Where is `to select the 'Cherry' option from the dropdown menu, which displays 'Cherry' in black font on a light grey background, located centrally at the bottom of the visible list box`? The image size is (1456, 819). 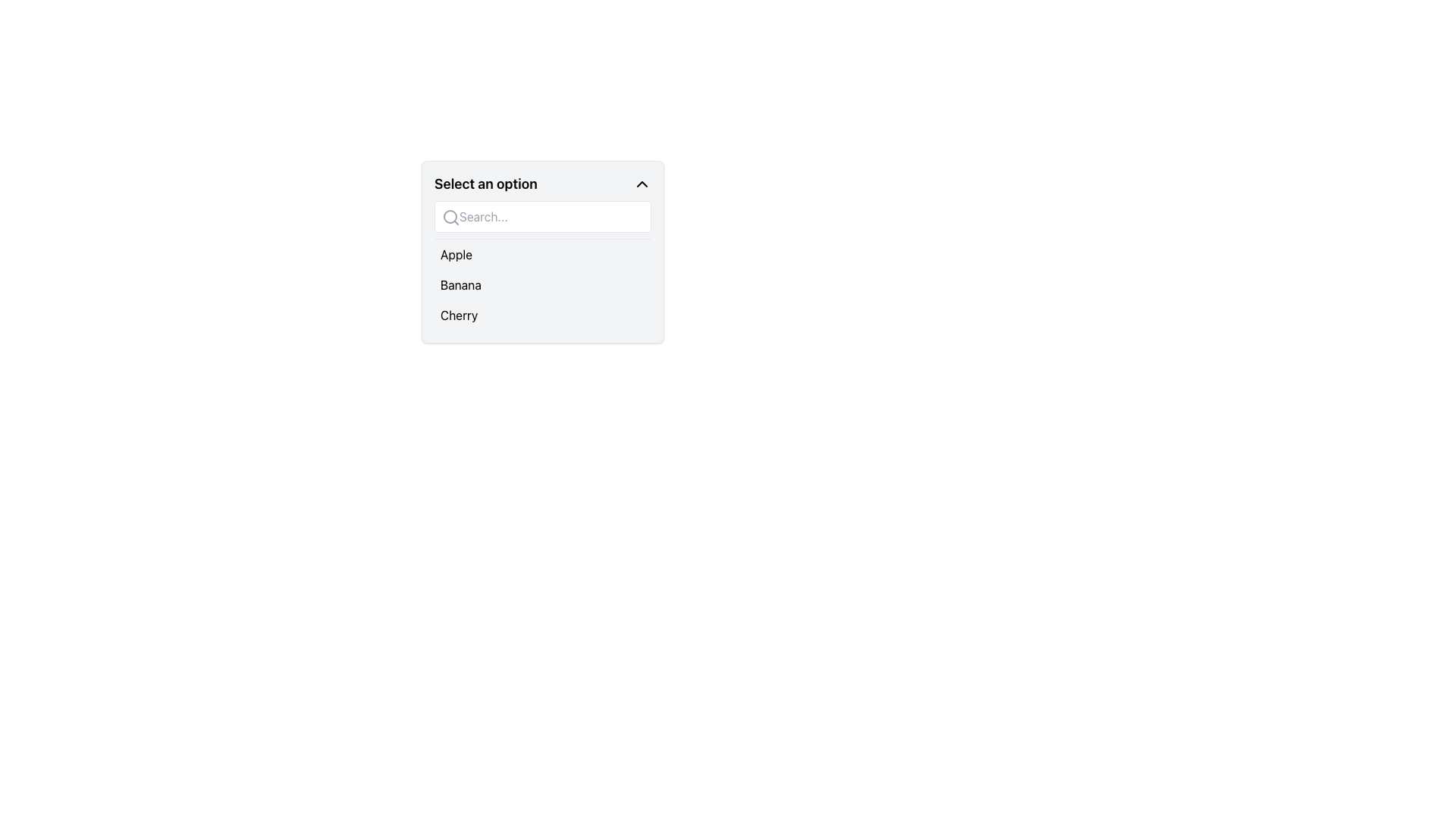 to select the 'Cherry' option from the dropdown menu, which displays 'Cherry' in black font on a light grey background, located centrally at the bottom of the visible list box is located at coordinates (542, 315).